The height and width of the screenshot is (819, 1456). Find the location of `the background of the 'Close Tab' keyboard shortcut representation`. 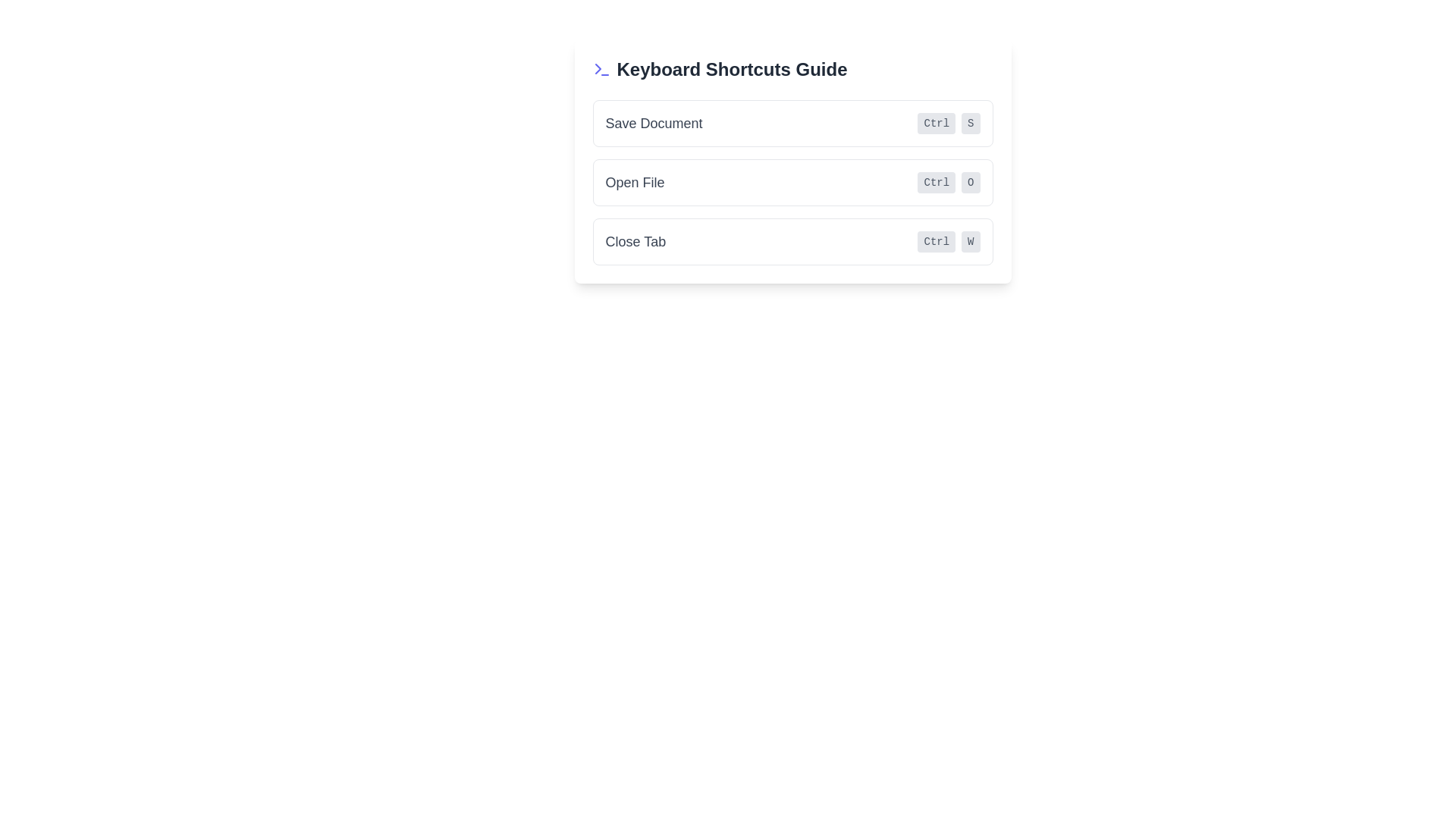

the background of the 'Close Tab' keyboard shortcut representation is located at coordinates (792, 241).